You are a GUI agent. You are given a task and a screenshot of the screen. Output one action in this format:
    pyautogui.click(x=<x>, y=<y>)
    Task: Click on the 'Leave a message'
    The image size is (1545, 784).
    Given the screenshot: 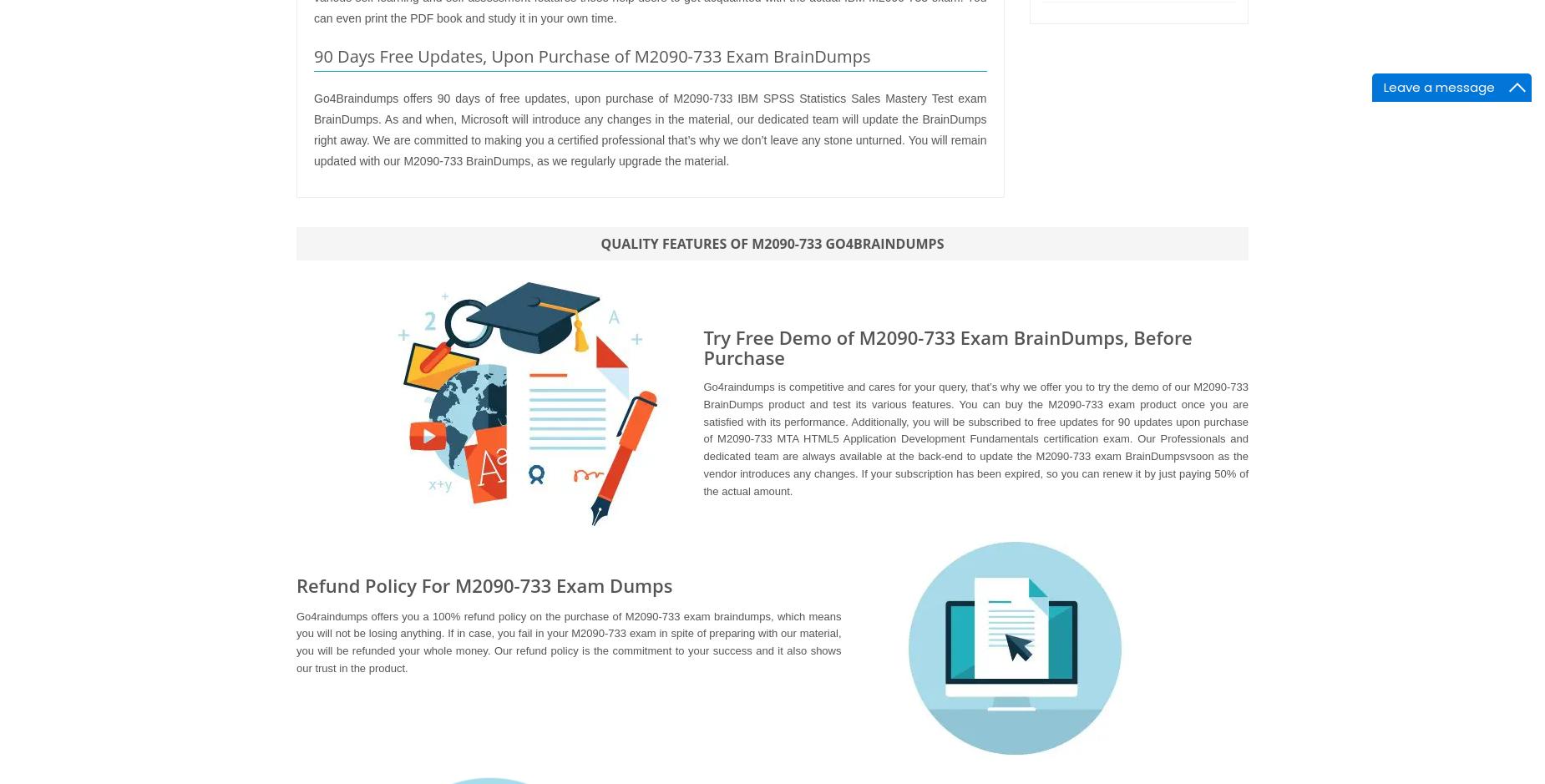 What is the action you would take?
    pyautogui.click(x=1384, y=87)
    